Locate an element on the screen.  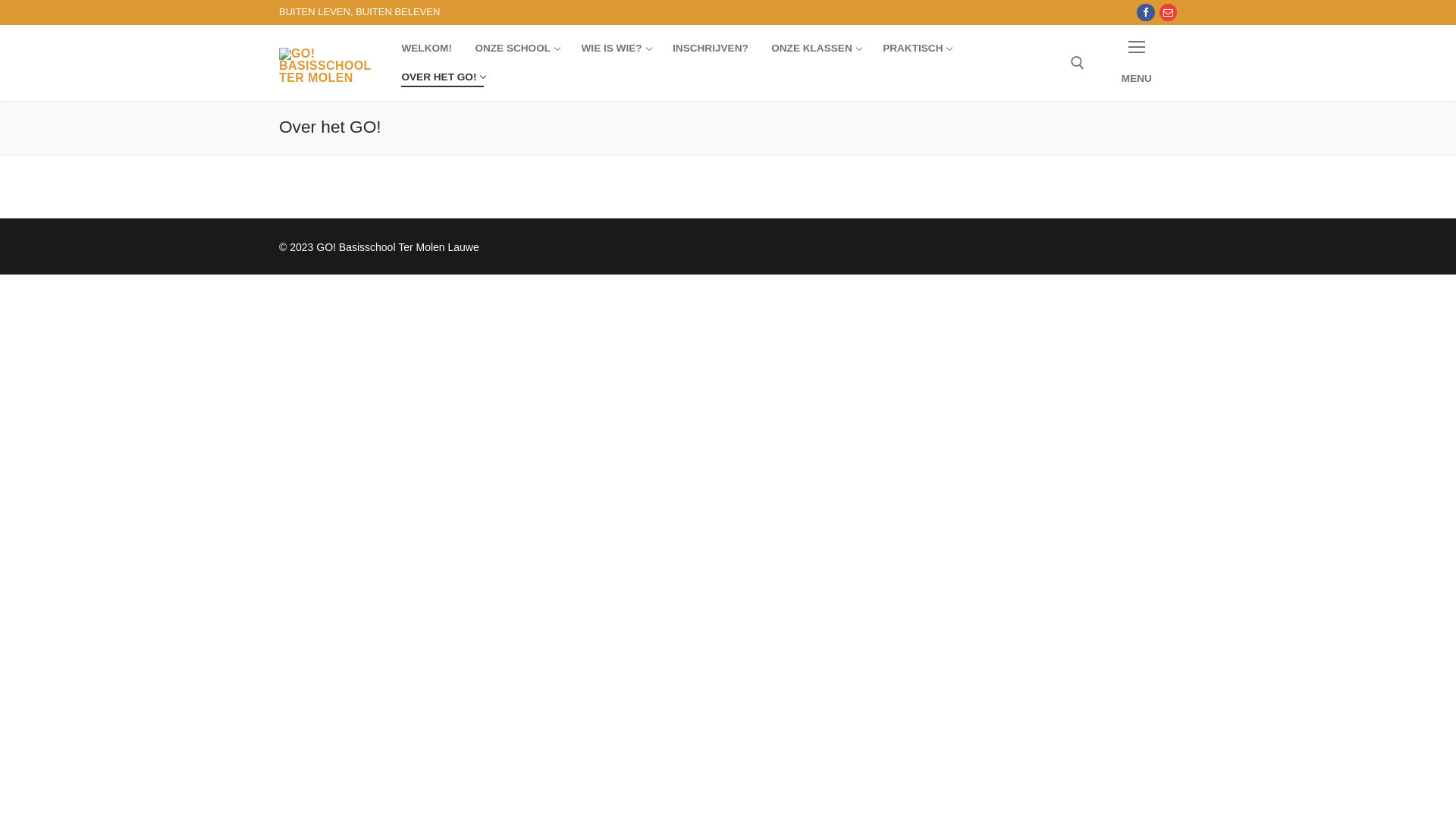
'ONZE KLASSEN is located at coordinates (761, 48).